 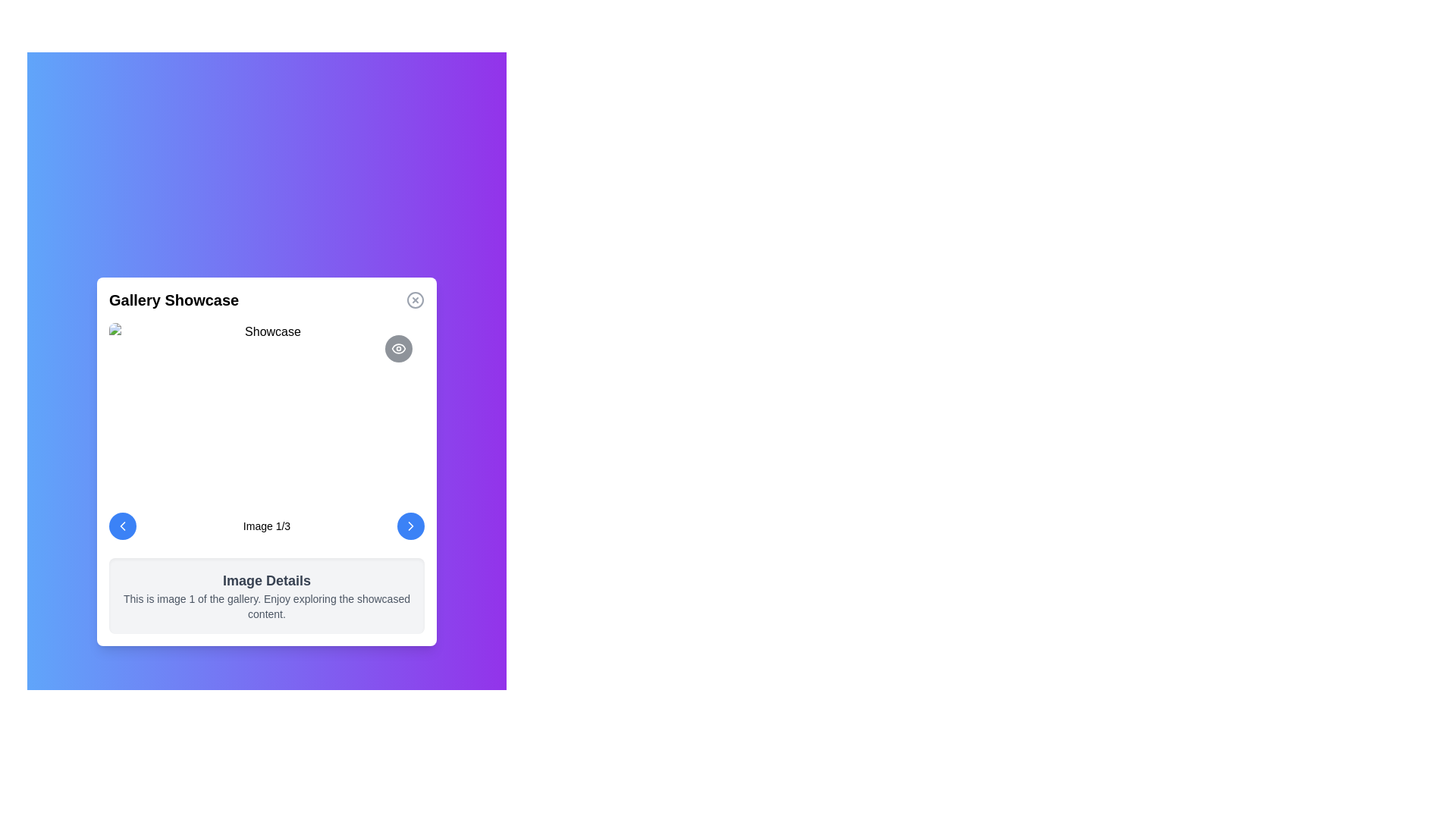 What do you see at coordinates (123, 526) in the screenshot?
I see `the left-facing chevron icon within the circular blue button in the lower-left area of the modal dialog to receive visual feedback` at bounding box center [123, 526].